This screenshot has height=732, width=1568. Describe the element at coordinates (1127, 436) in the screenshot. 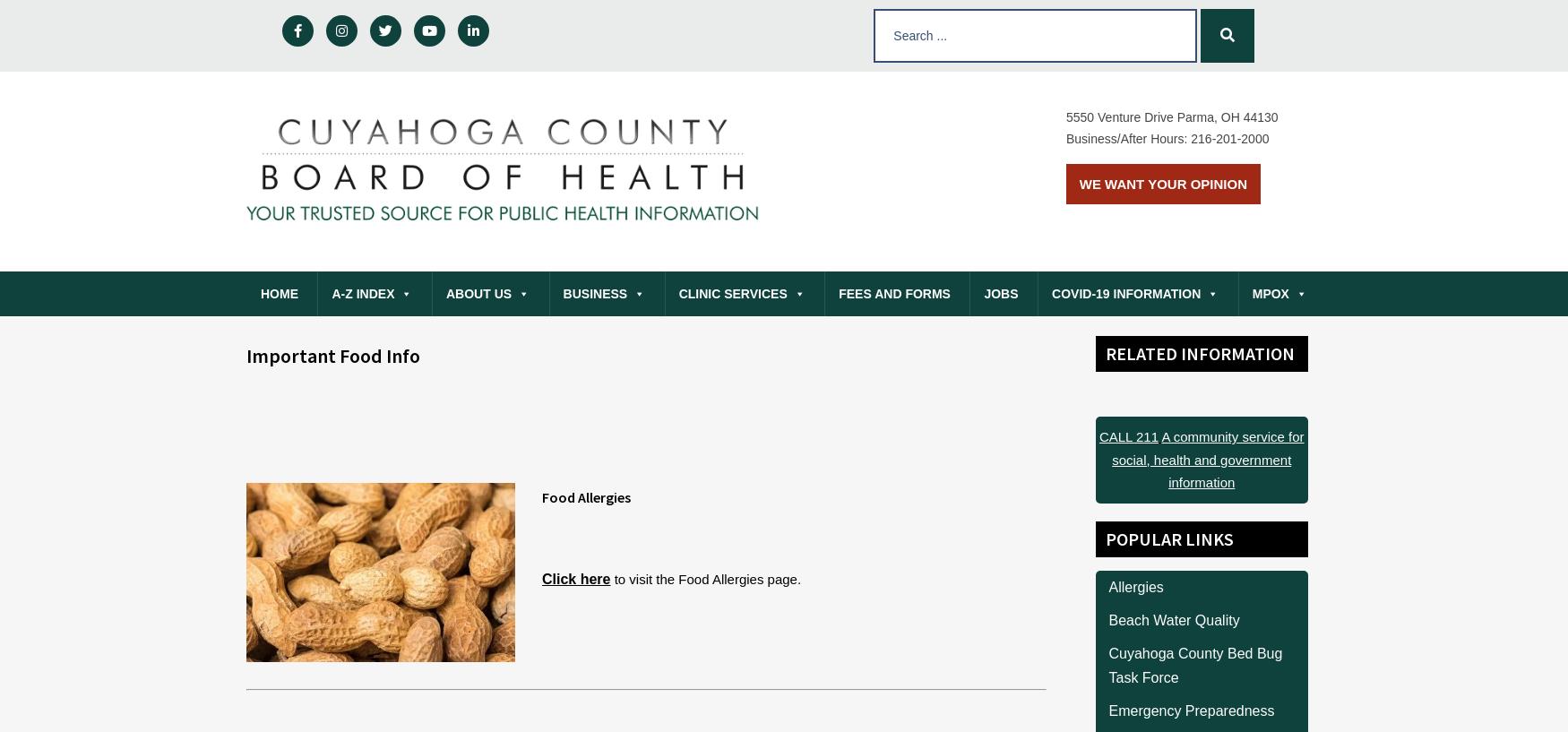

I see `'CALL 211'` at that location.